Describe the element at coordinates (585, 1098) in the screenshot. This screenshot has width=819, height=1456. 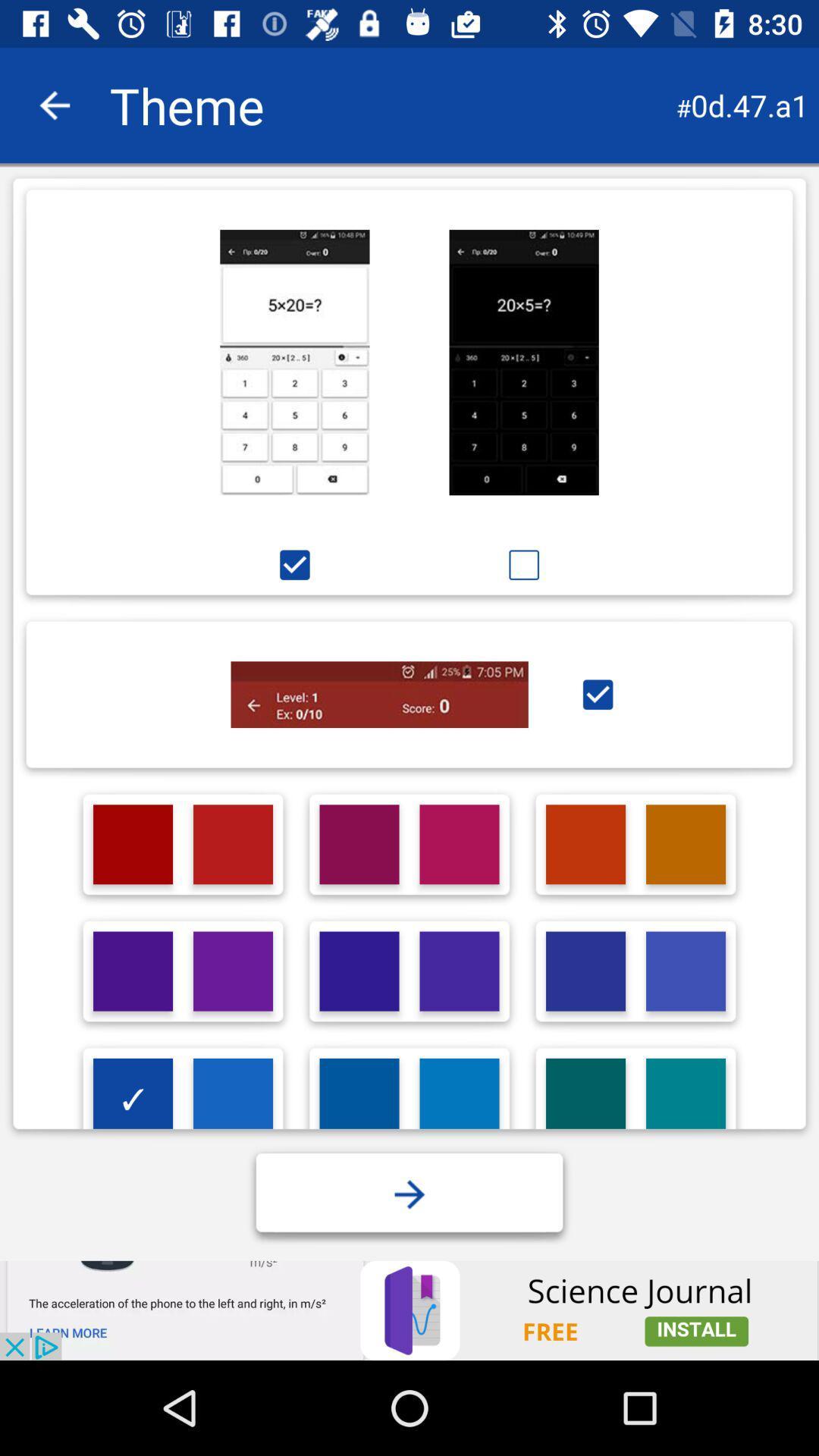
I see `logo` at that location.